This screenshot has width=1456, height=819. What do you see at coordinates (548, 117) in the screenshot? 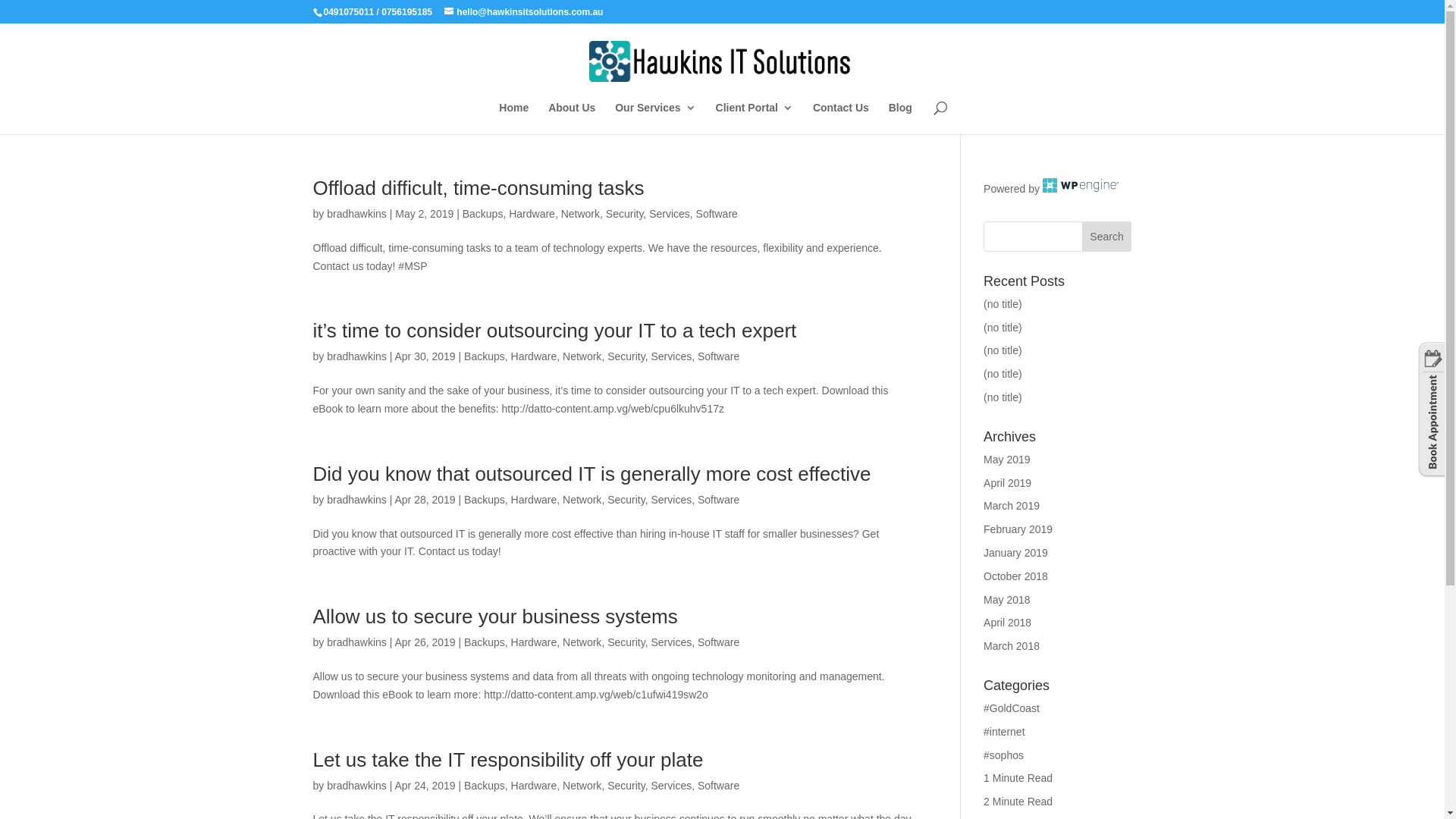
I see `'About Us'` at bounding box center [548, 117].